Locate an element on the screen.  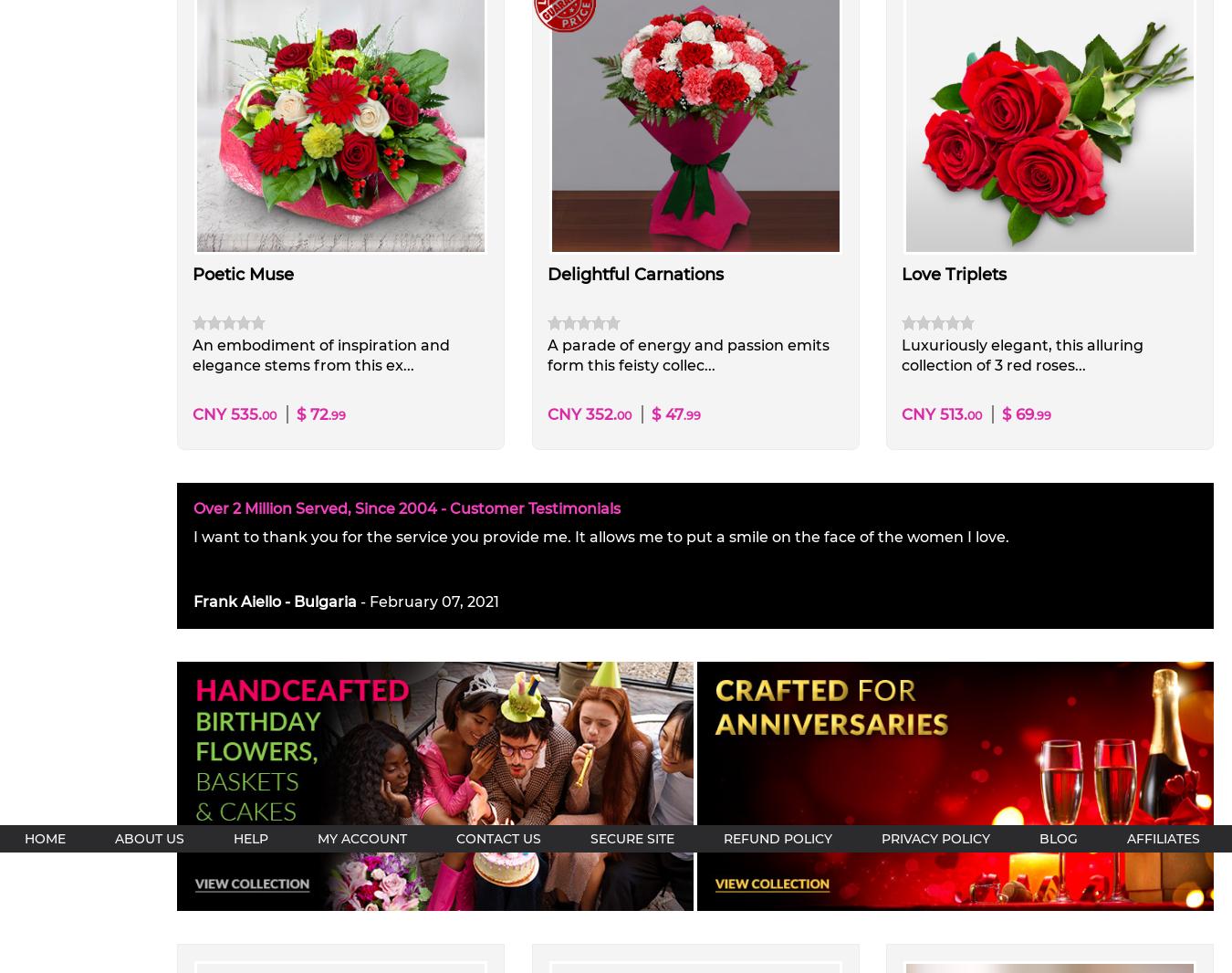
'An embodiment of inspiration and elegance stems from this ex...' is located at coordinates (320, 354).